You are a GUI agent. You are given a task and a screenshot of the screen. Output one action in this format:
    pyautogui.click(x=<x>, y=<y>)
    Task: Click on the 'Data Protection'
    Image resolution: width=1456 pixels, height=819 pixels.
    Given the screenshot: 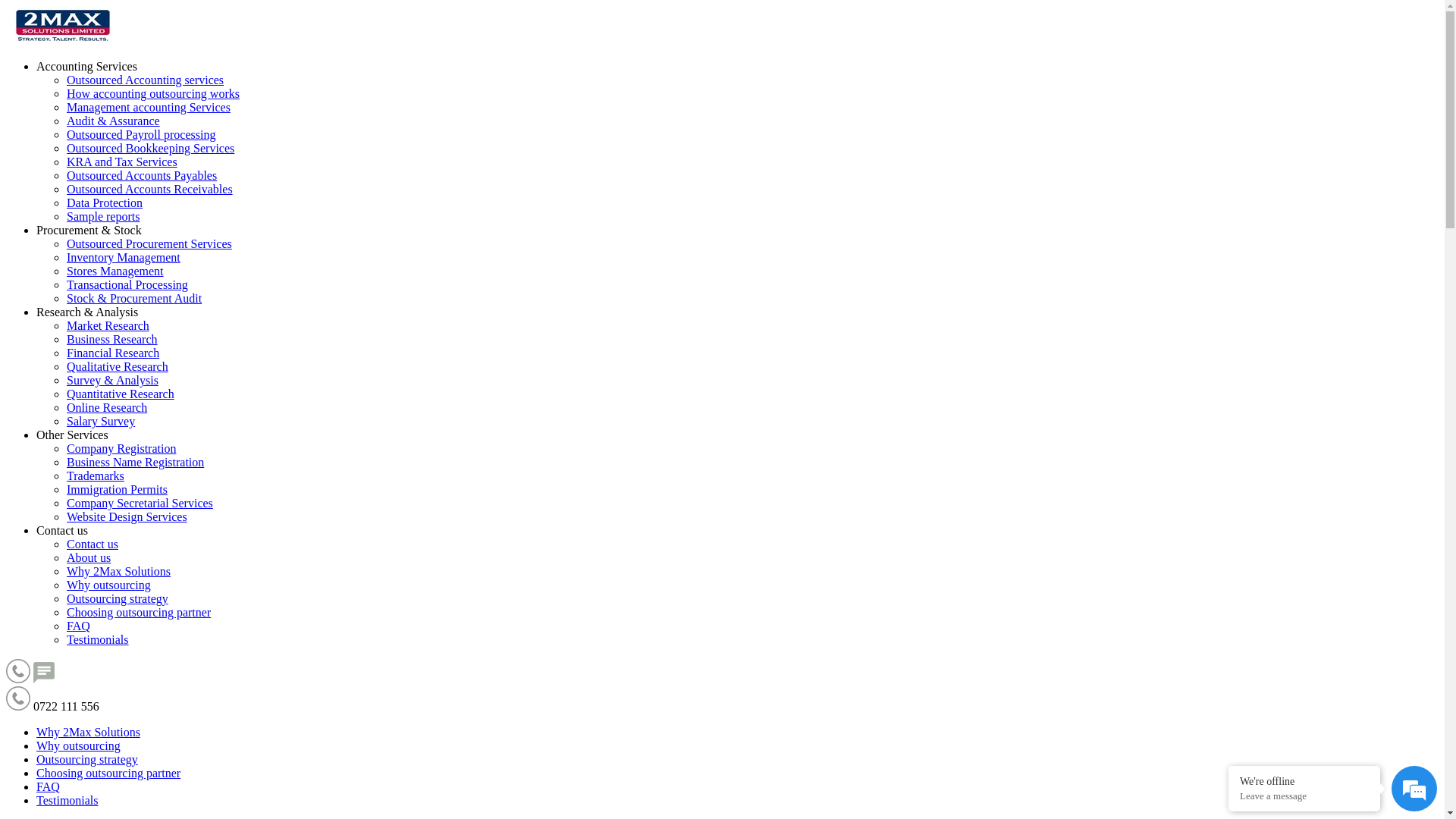 What is the action you would take?
    pyautogui.click(x=104, y=202)
    